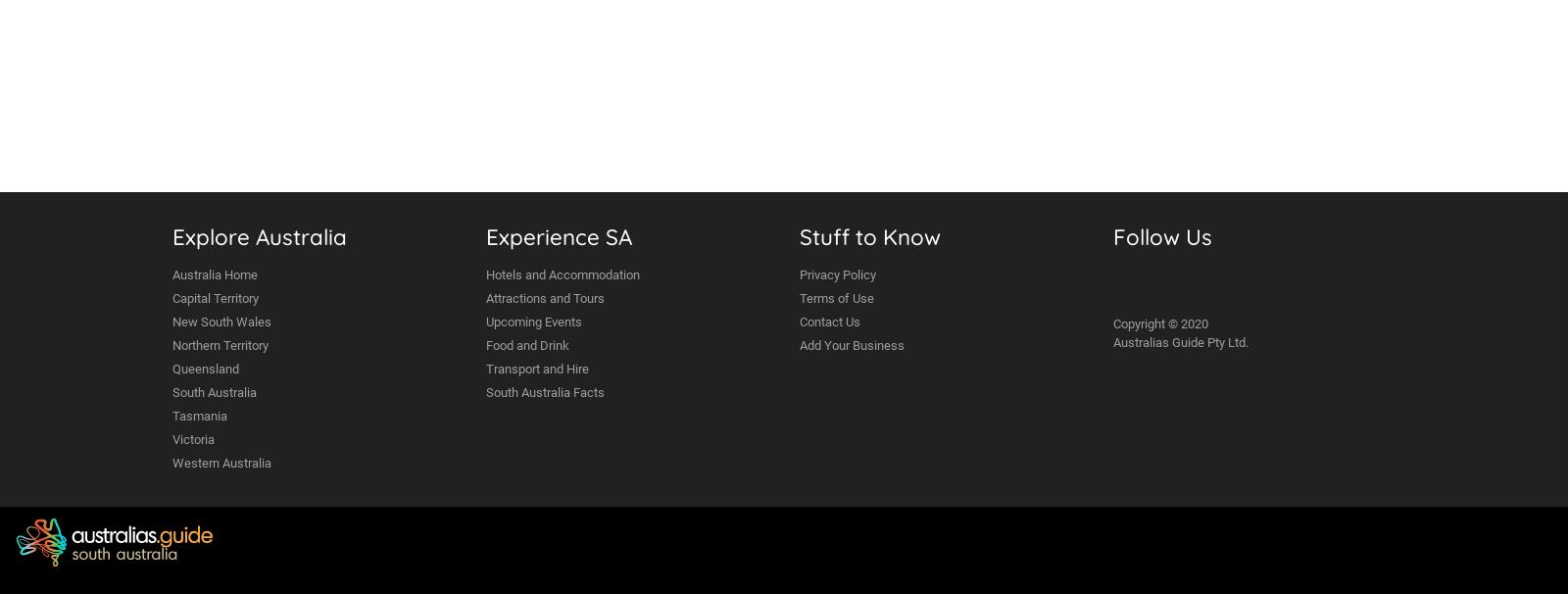  Describe the element at coordinates (544, 298) in the screenshot. I see `'Attractions and Tours'` at that location.